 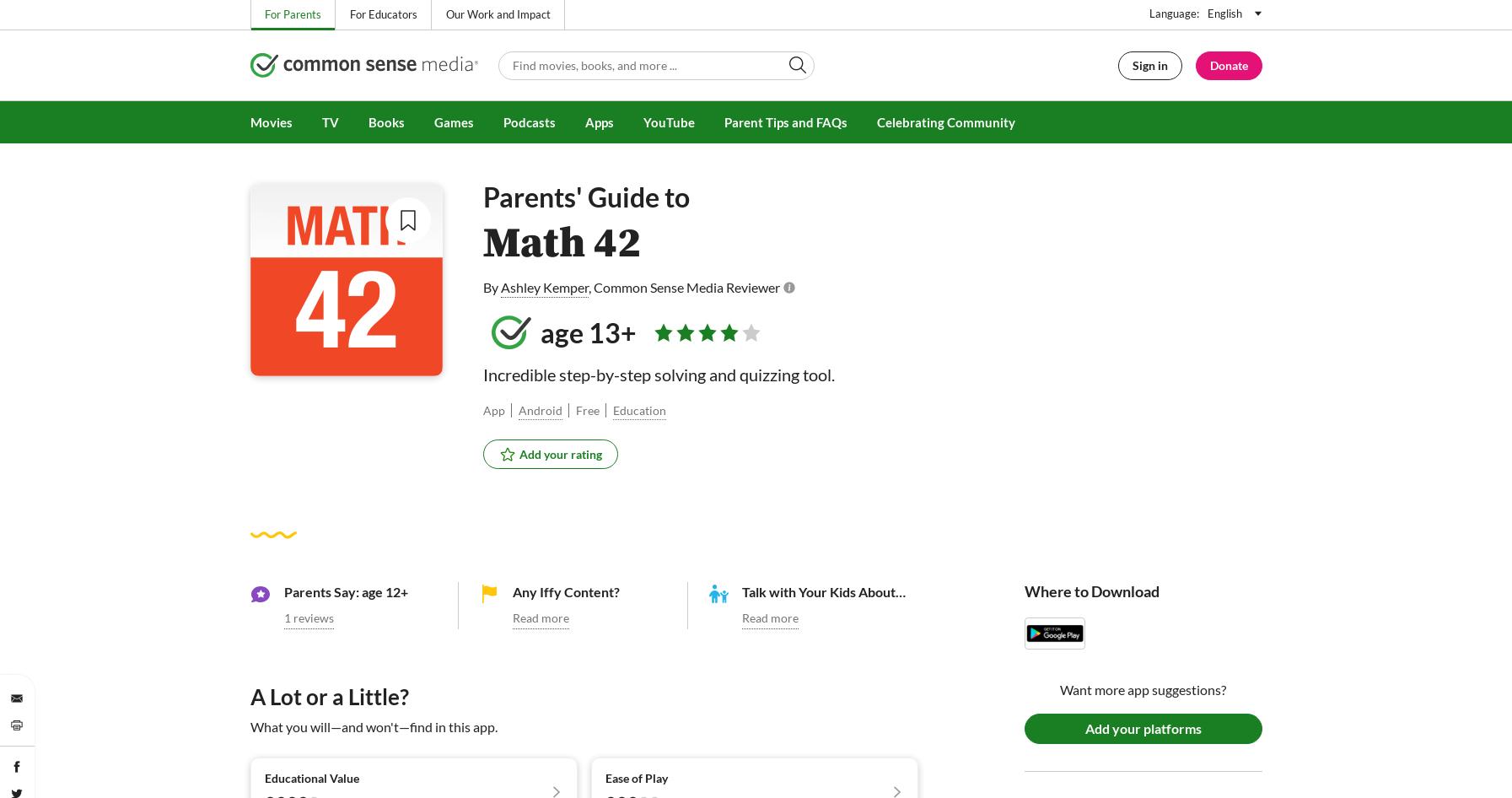 I want to click on 'Add your rating', so click(x=558, y=454).